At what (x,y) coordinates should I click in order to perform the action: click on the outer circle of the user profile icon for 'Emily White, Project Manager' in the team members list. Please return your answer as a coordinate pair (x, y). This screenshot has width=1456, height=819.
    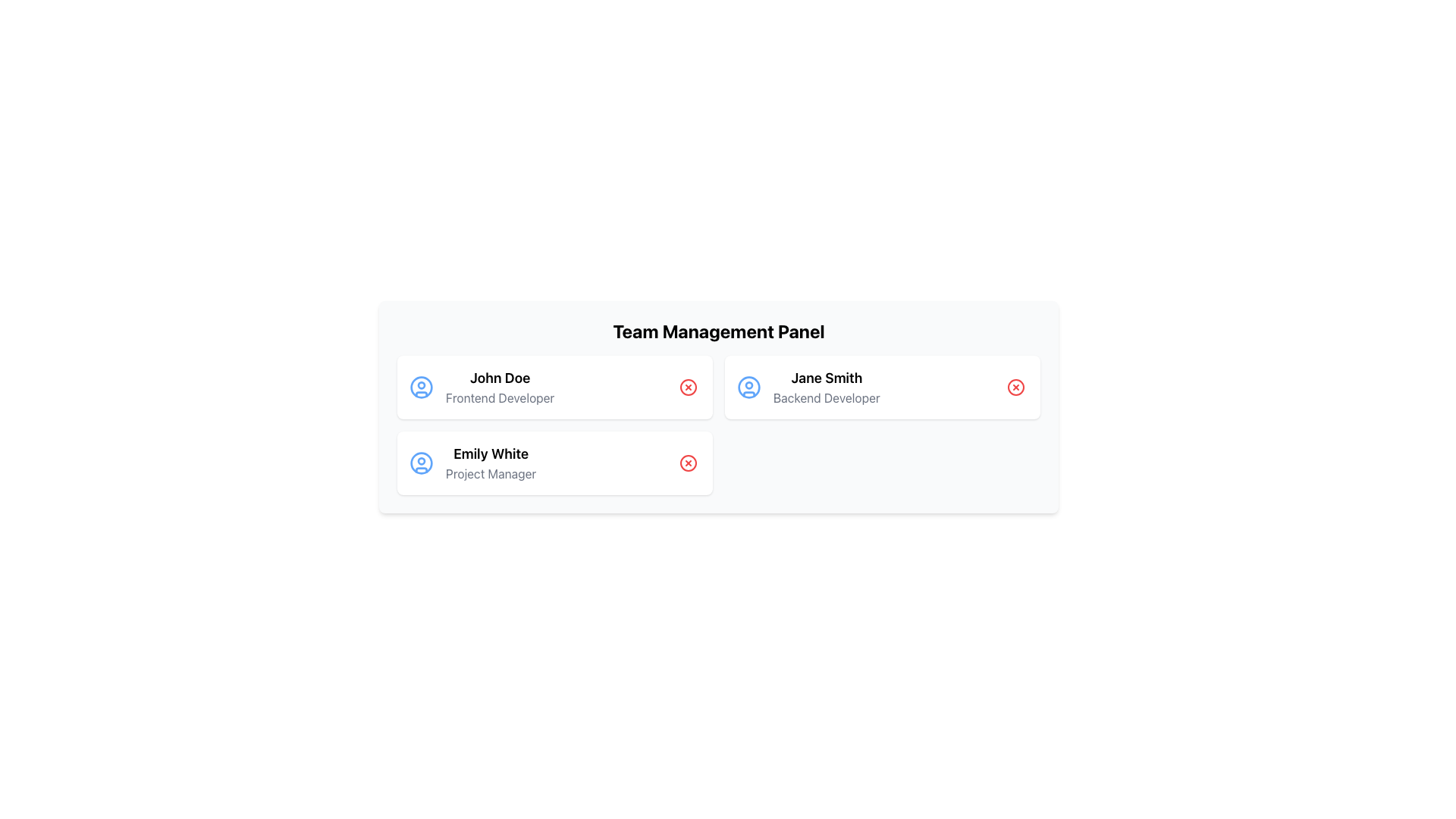
    Looking at the image, I should click on (422, 462).